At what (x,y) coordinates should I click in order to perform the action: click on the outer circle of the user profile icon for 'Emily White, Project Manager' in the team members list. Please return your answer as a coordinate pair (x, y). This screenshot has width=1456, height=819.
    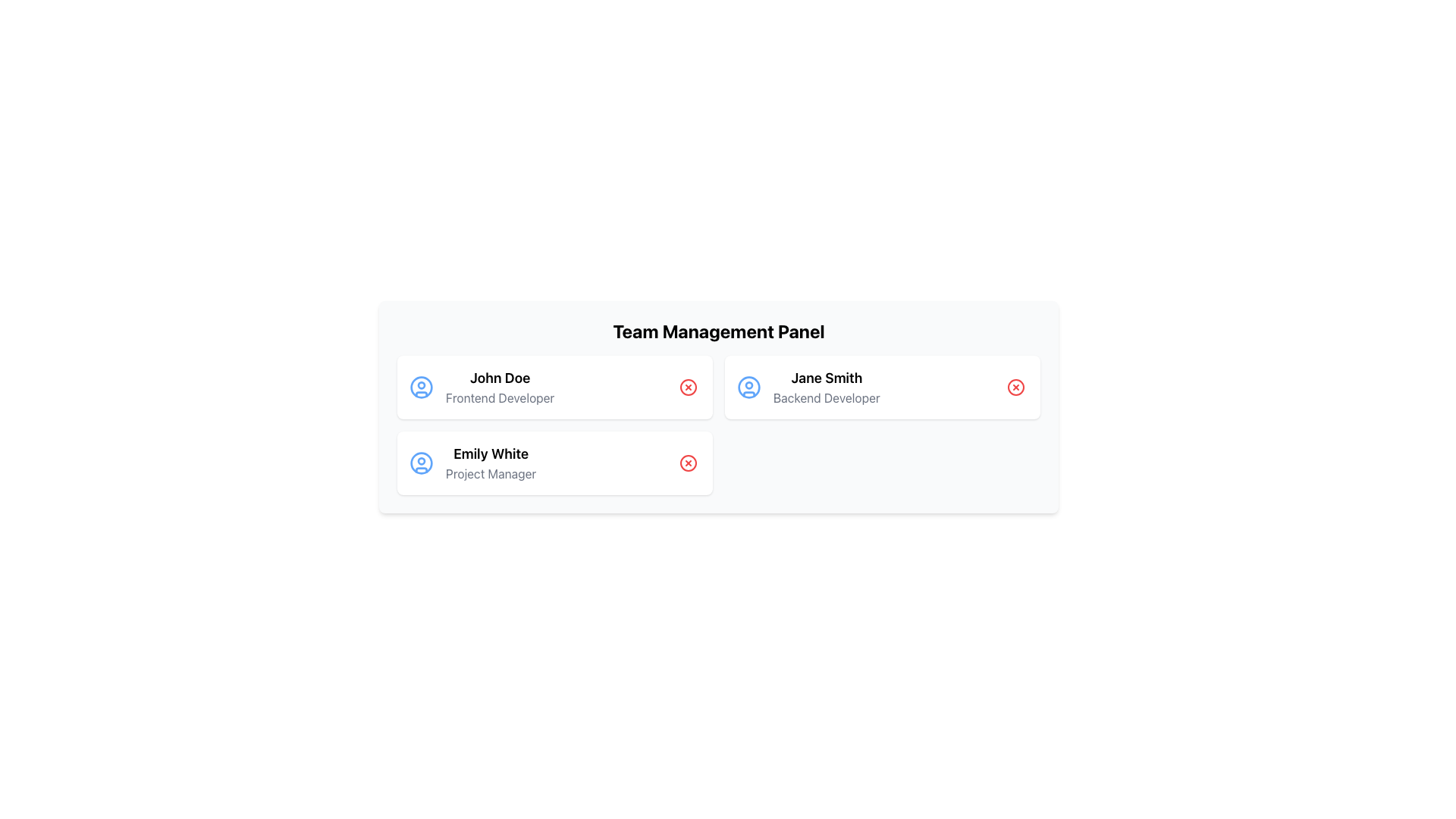
    Looking at the image, I should click on (422, 462).